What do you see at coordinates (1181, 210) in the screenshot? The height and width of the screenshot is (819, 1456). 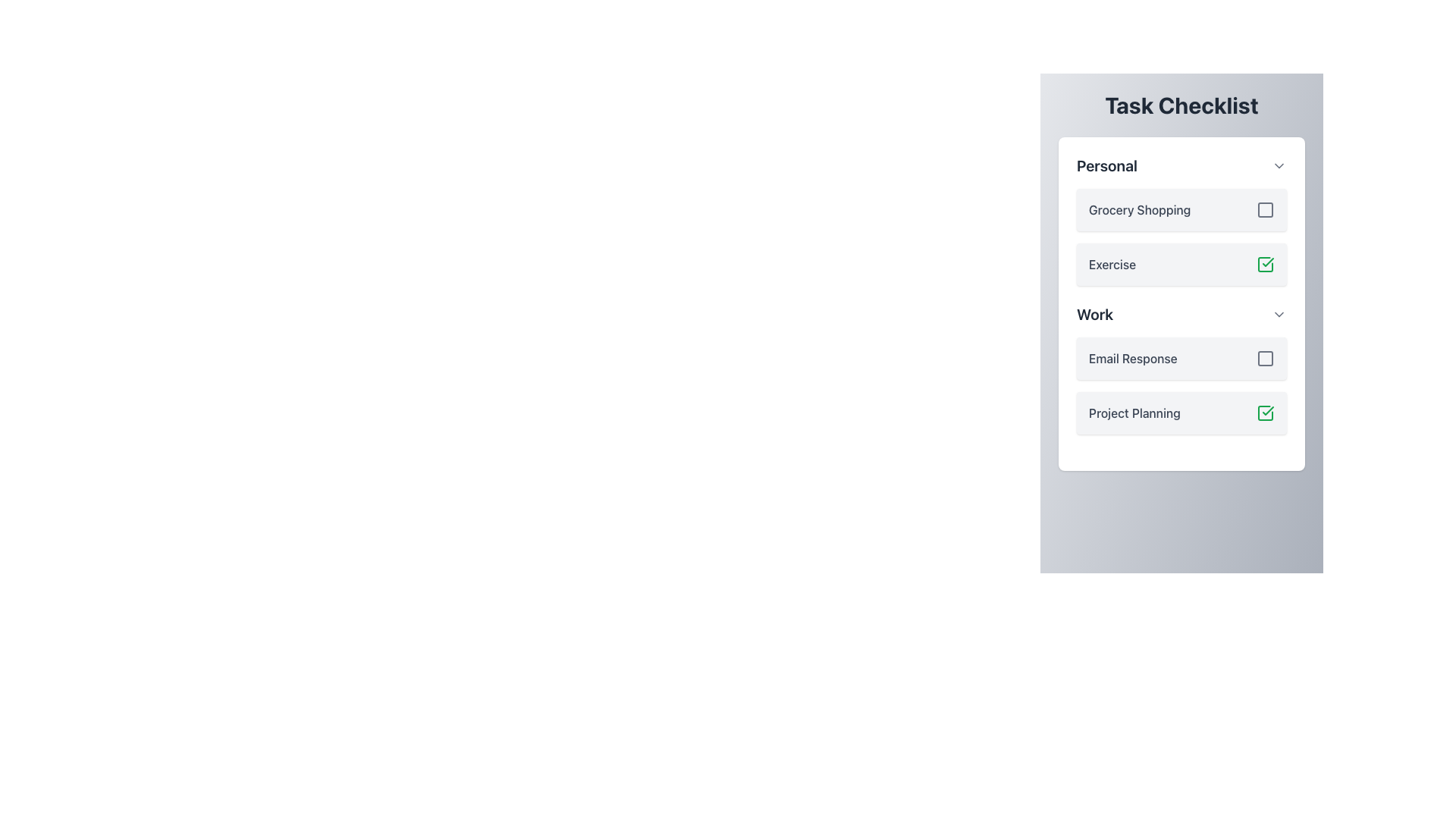 I see `the 'Grocery Shopping' checklist item text` at bounding box center [1181, 210].